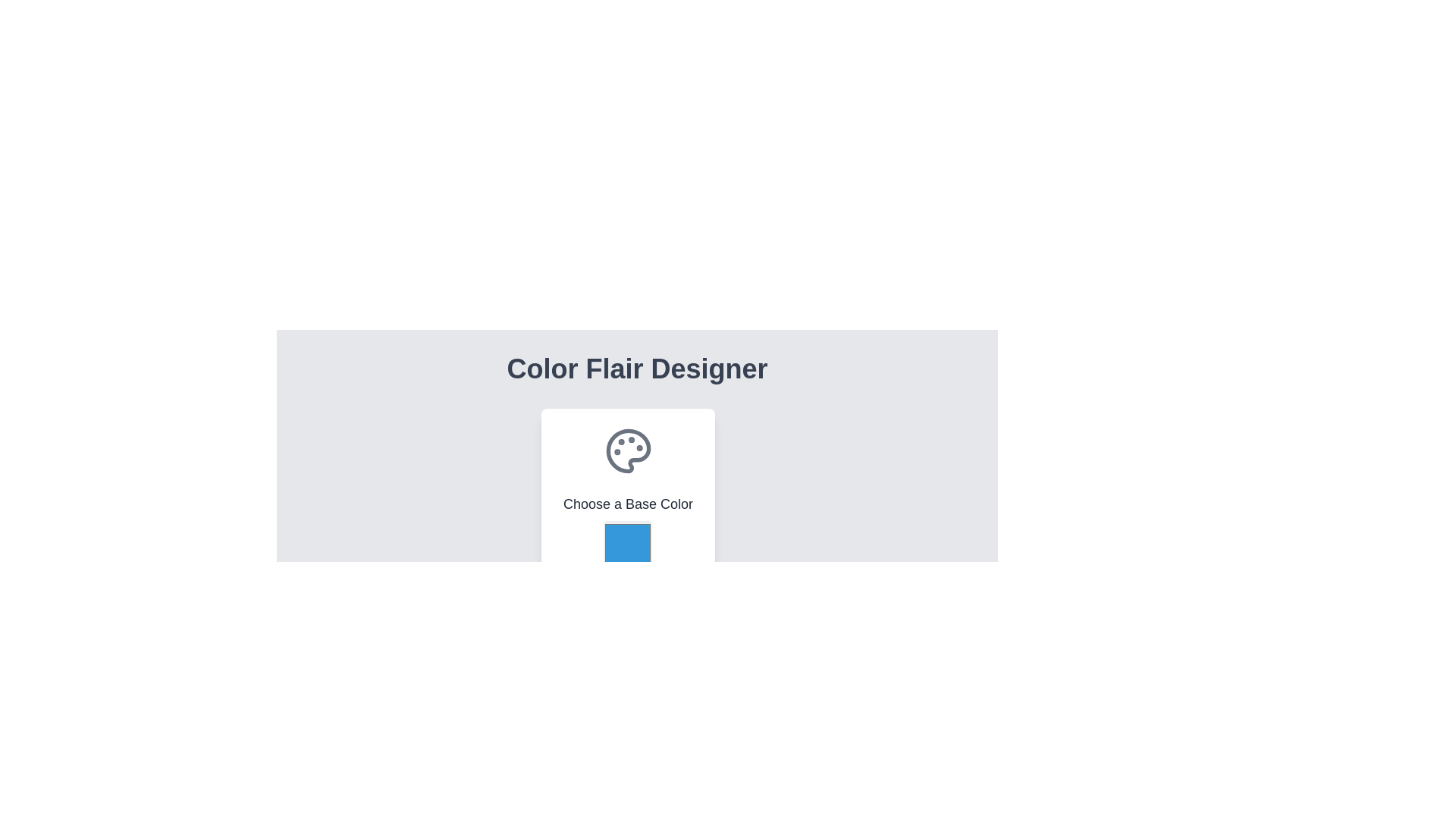  Describe the element at coordinates (628, 532) in the screenshot. I see `the Color picker button located below the palette icon and the text 'Choose a Base Color'` at that location.